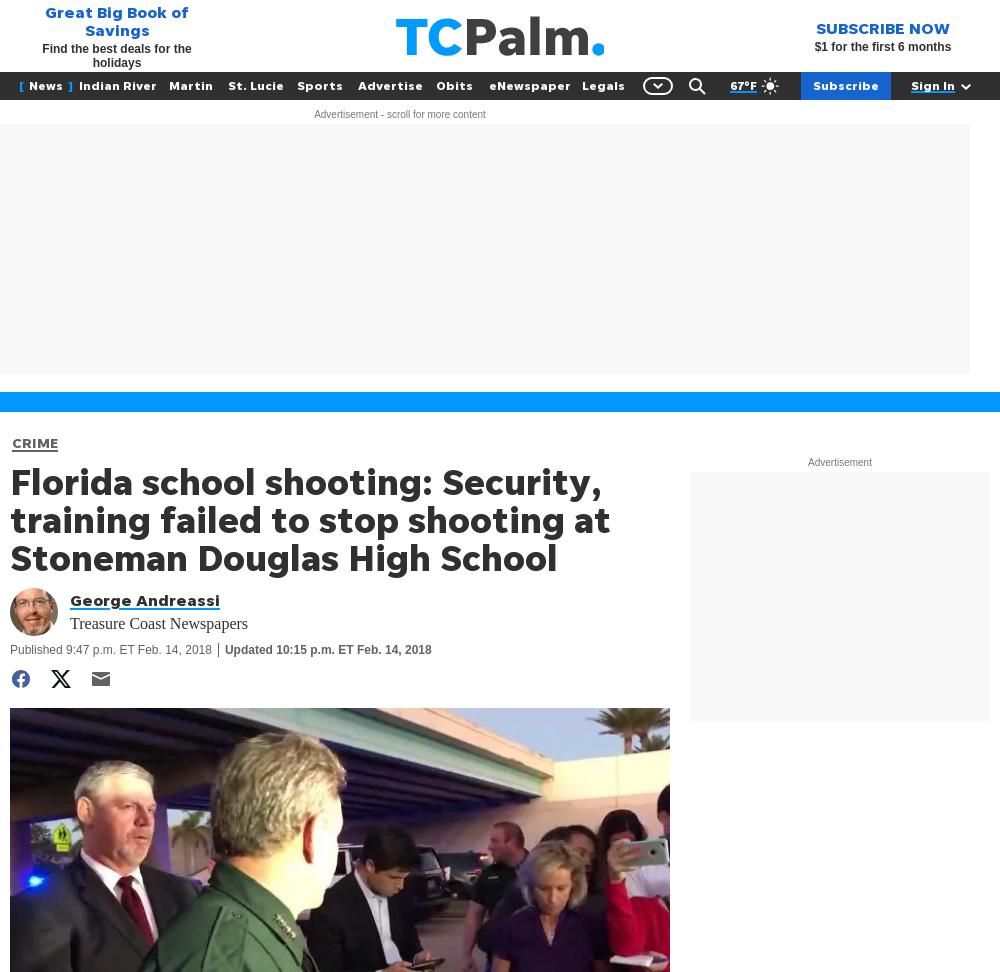  Describe the element at coordinates (145, 599) in the screenshot. I see `'George Andreassi'` at that location.